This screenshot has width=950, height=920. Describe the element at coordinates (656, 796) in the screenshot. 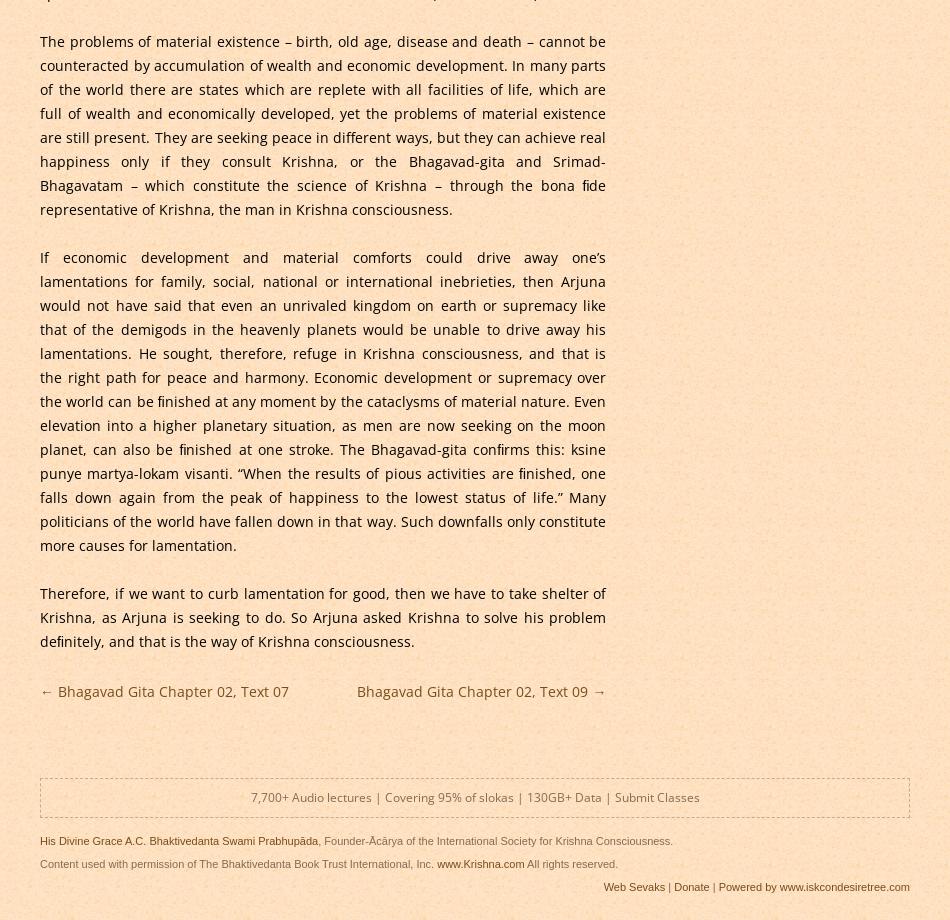

I see `'Submit Classes'` at that location.